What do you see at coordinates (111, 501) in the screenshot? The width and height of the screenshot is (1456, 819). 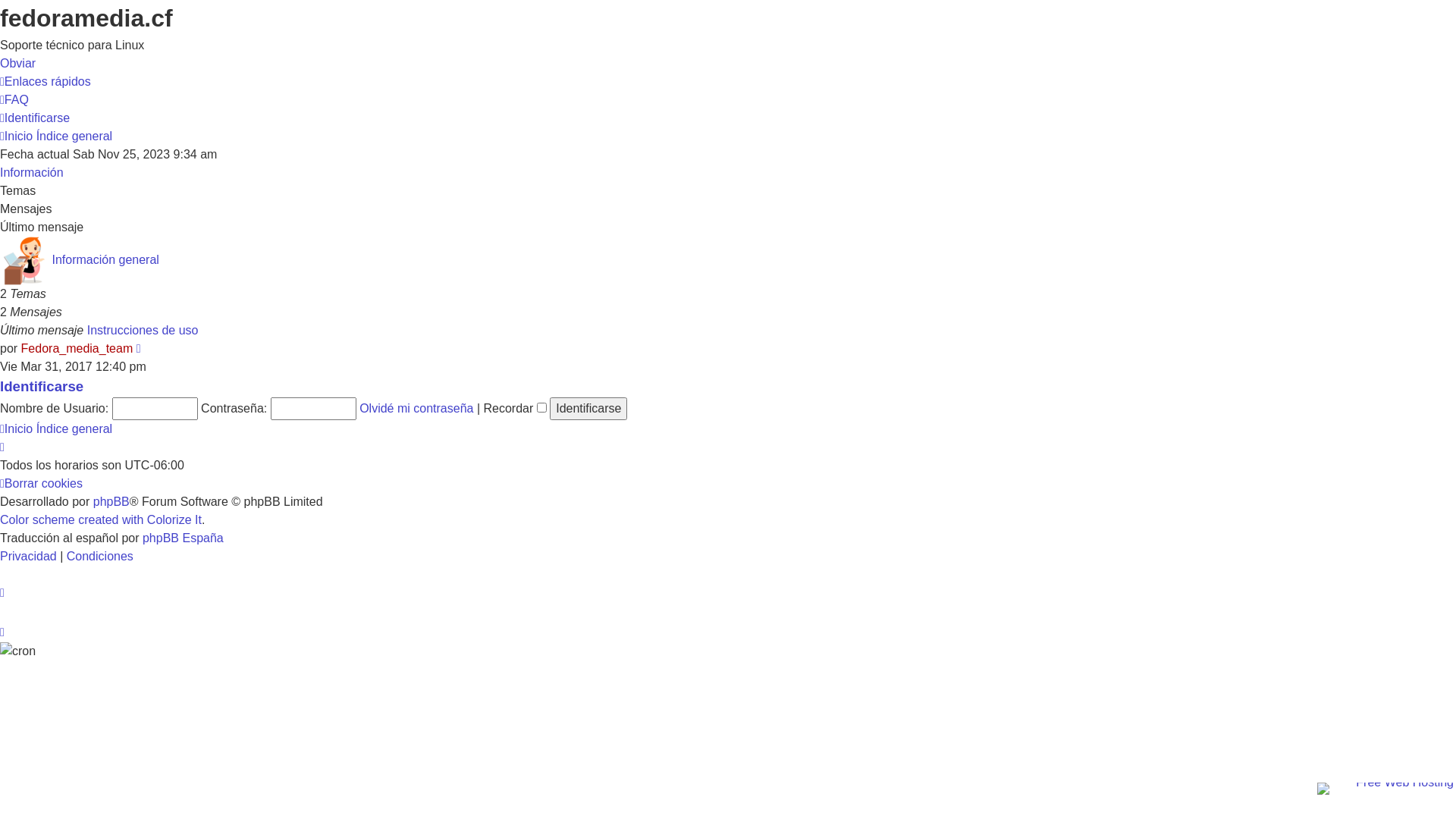 I see `'phpBB'` at bounding box center [111, 501].